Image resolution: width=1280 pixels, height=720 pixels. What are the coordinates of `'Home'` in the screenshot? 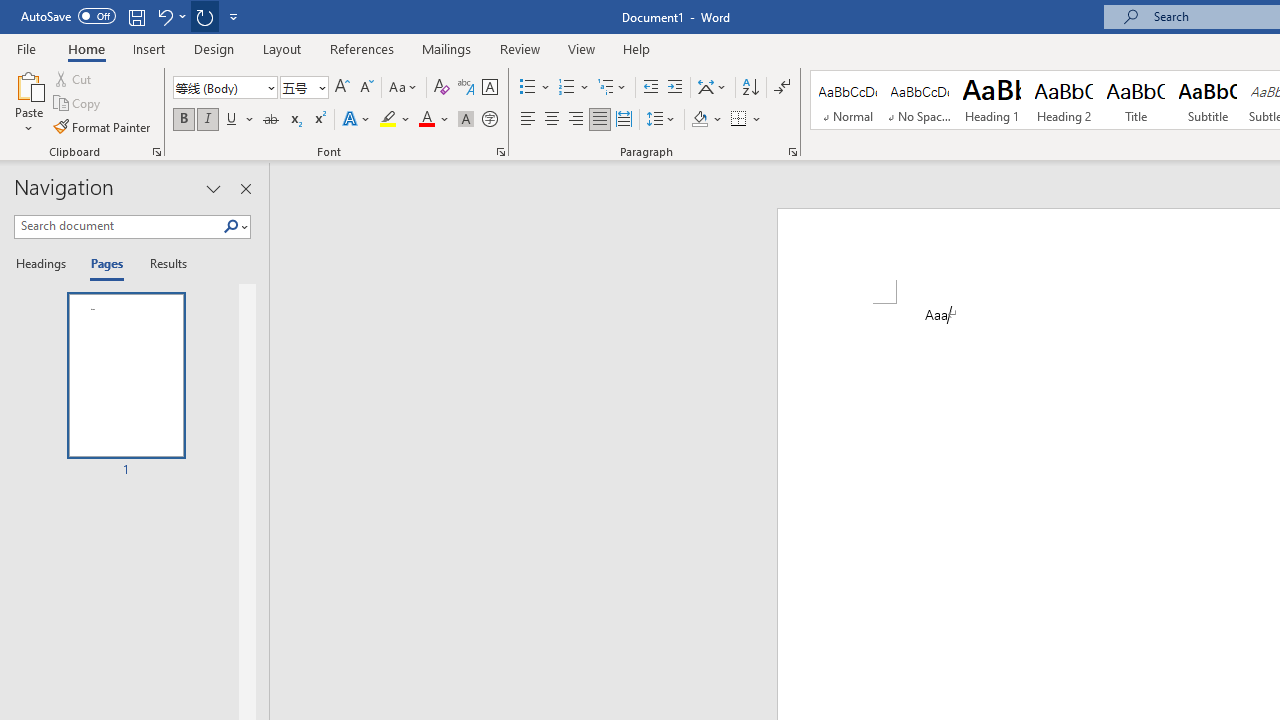 It's located at (85, 48).